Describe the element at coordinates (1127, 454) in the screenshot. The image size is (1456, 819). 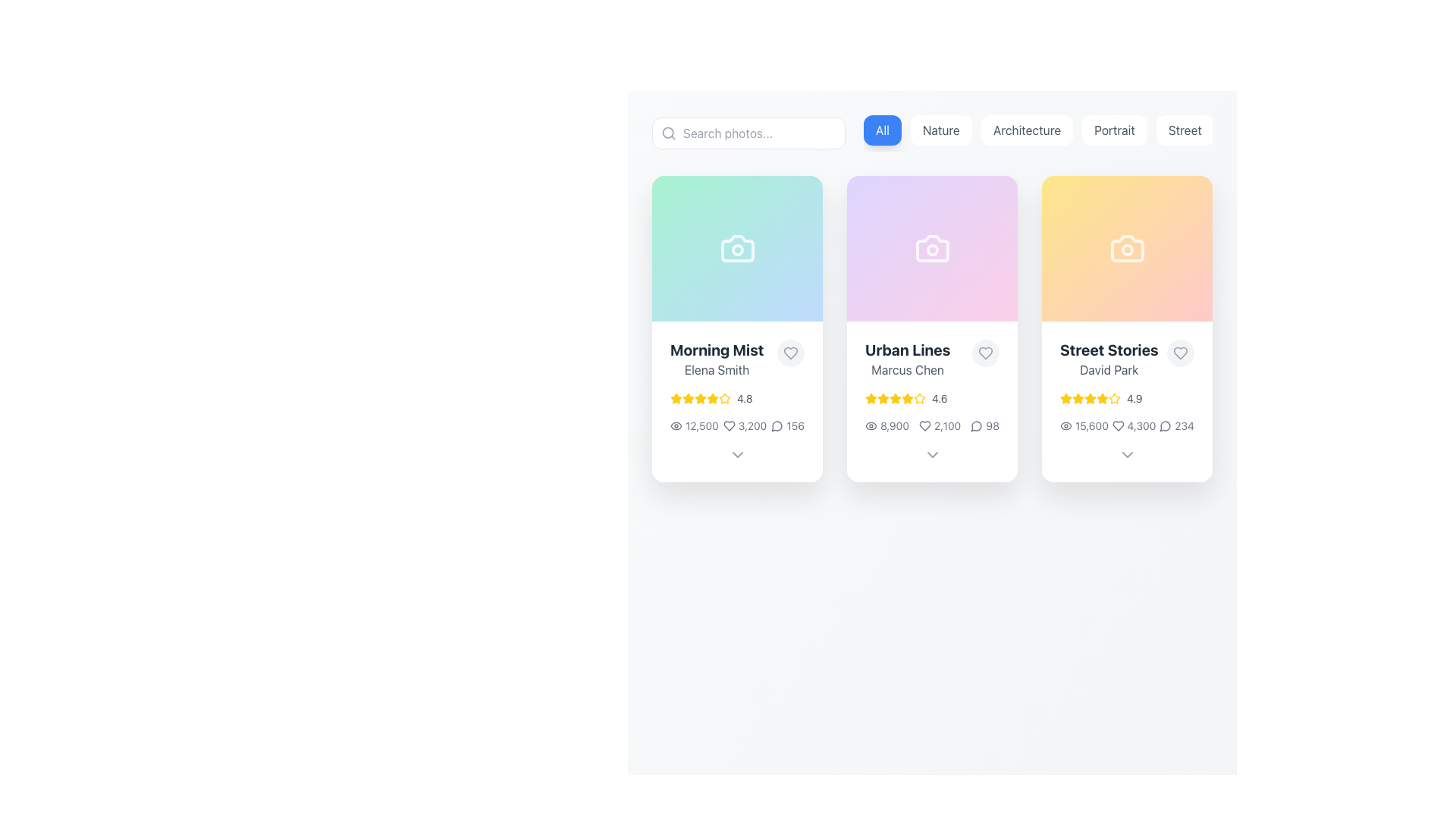
I see `the Dropdown trigger icon located at the bottom of the 'Street Stories' card` at that location.